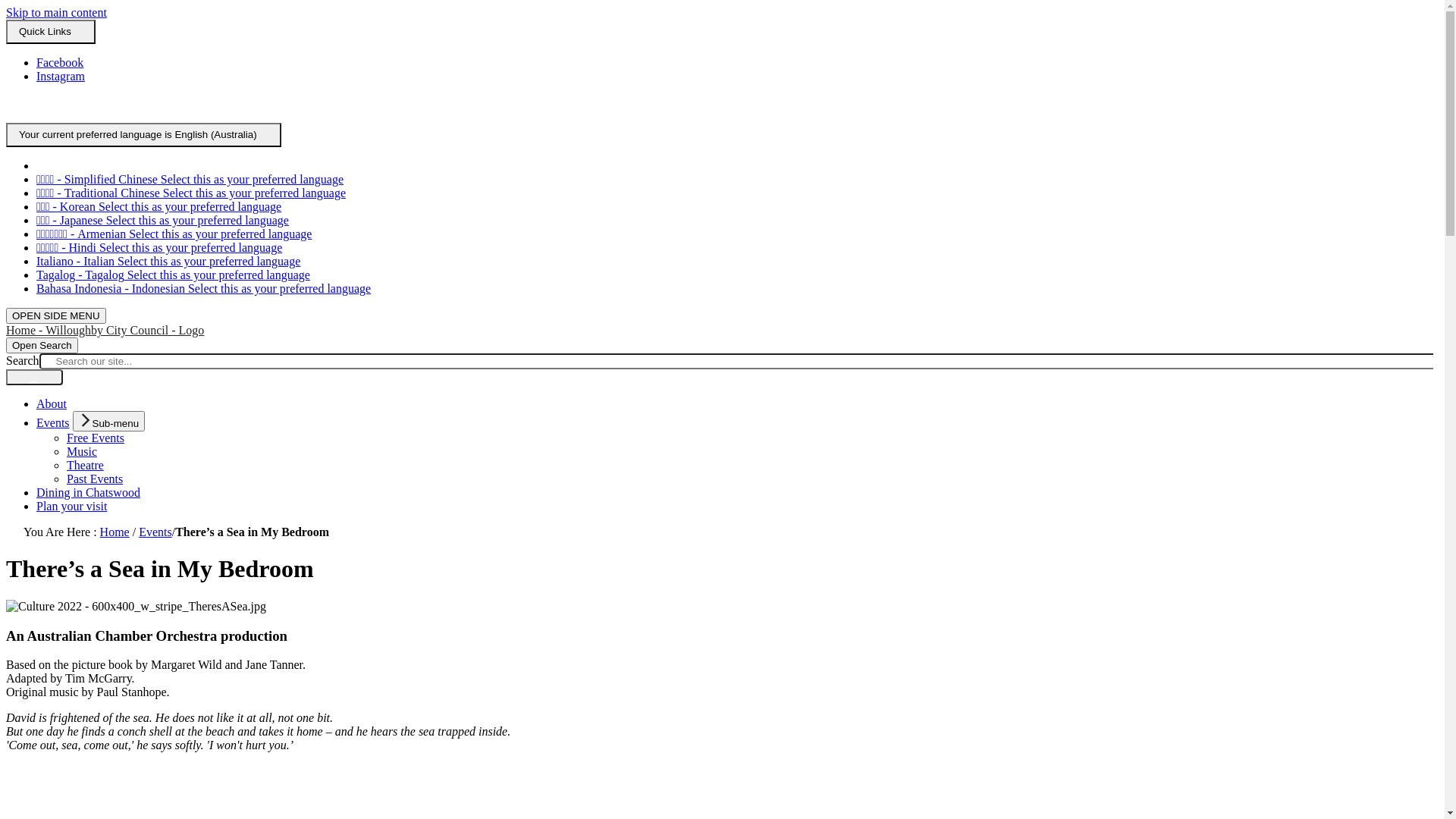 The width and height of the screenshot is (1456, 819). Describe the element at coordinates (93, 479) in the screenshot. I see `'Past Events'` at that location.